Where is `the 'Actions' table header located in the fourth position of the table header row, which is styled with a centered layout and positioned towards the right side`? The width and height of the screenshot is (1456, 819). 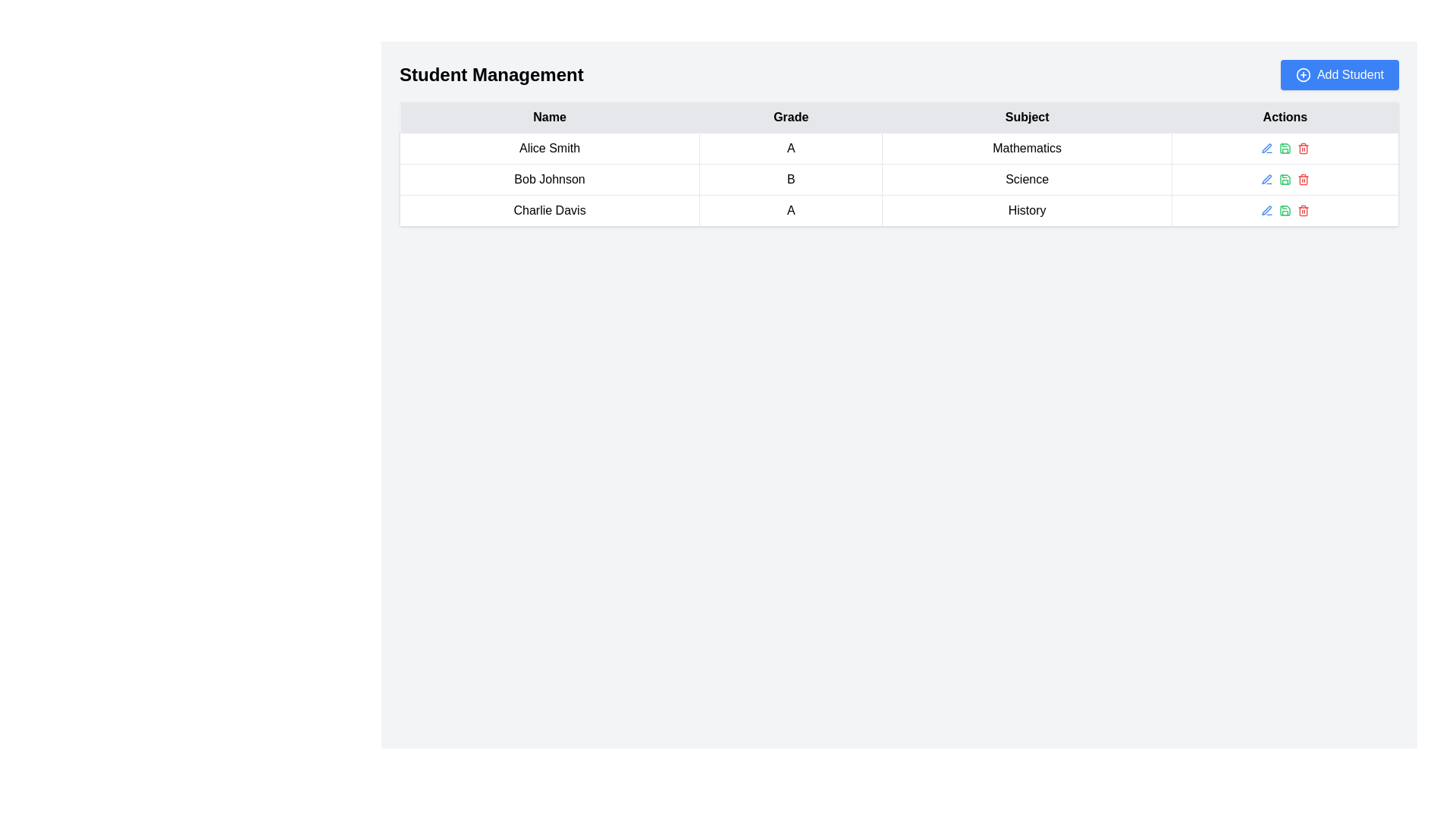
the 'Actions' table header located in the fourth position of the table header row, which is styled with a centered layout and positioned towards the right side is located at coordinates (1284, 117).